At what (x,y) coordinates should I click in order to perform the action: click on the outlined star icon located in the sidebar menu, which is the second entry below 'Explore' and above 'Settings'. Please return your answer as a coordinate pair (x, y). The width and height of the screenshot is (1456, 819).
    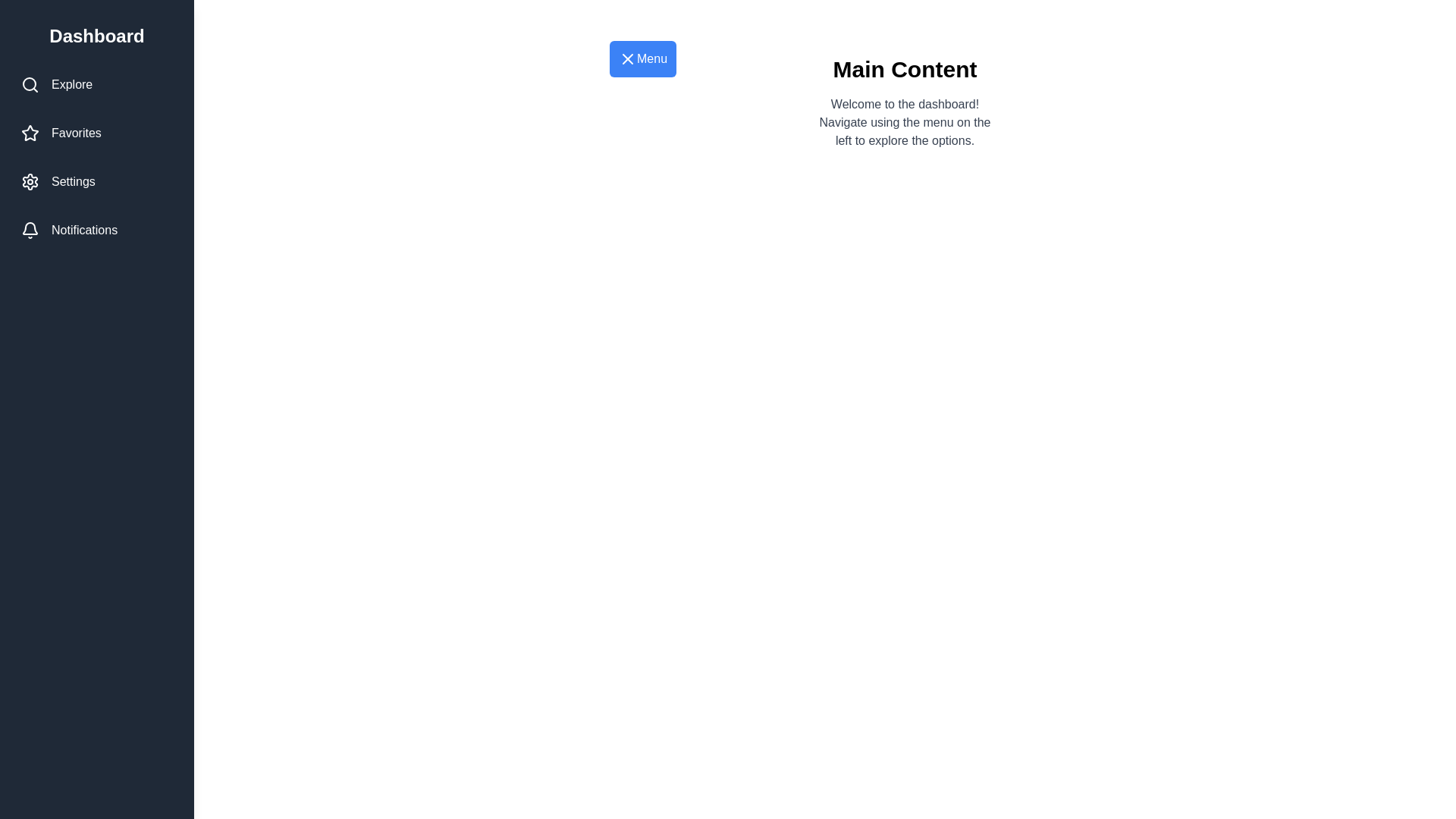
    Looking at the image, I should click on (30, 132).